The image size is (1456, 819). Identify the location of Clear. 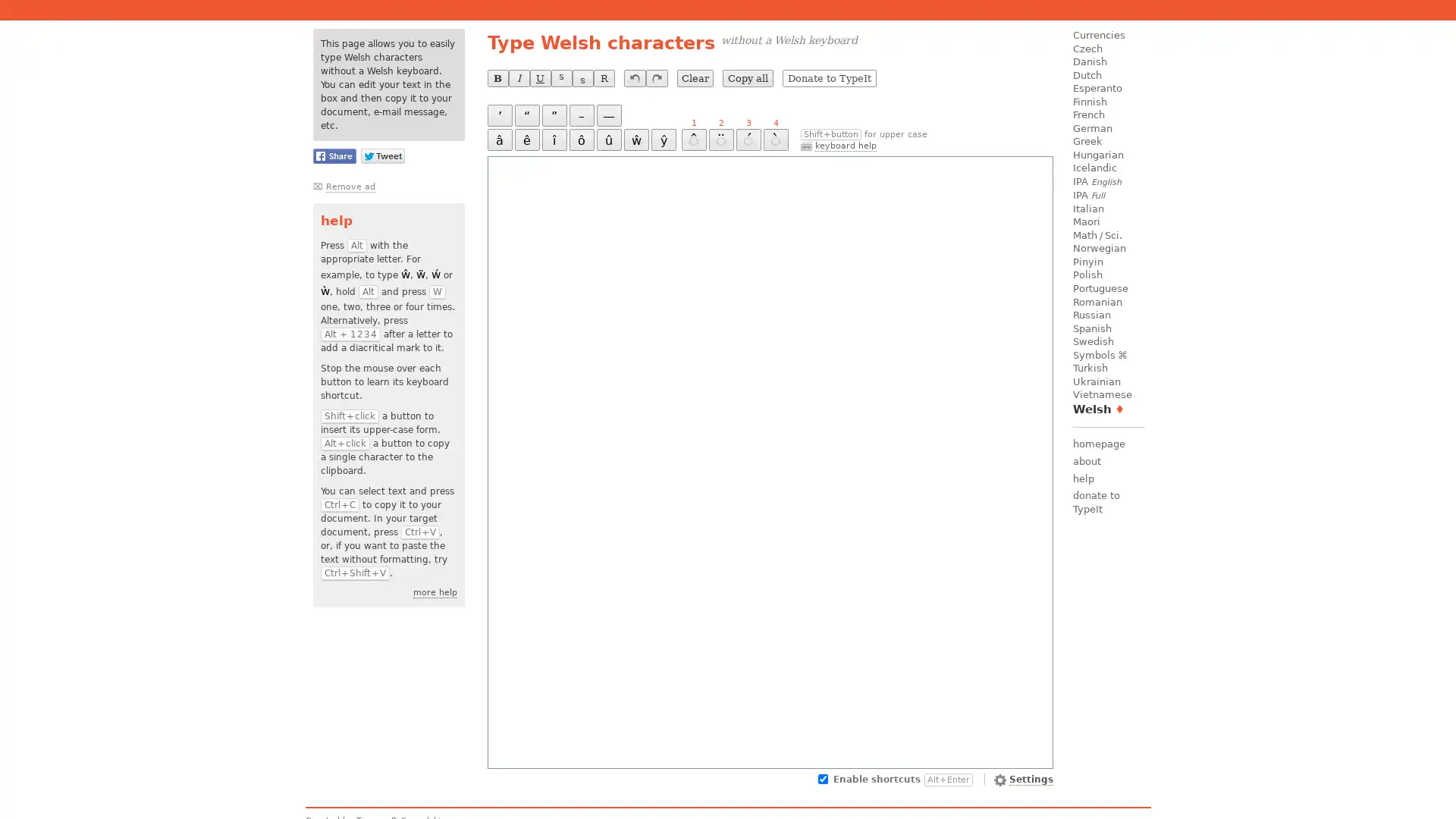
(694, 78).